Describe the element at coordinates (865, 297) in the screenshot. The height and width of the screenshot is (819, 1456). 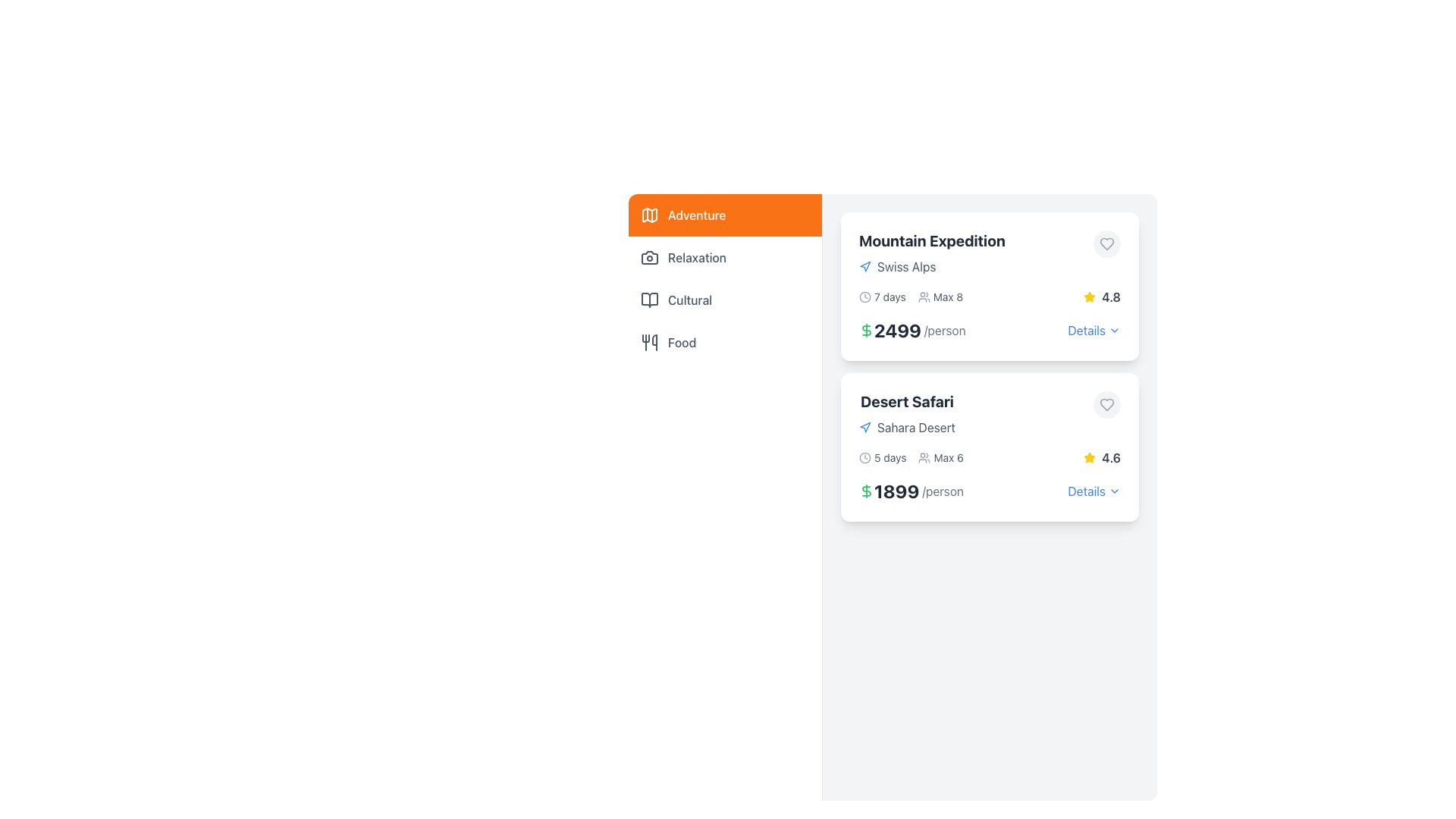
I see `the clock icon located to the left of the '7 days' text within the 'Mountain Expedition' card` at that location.